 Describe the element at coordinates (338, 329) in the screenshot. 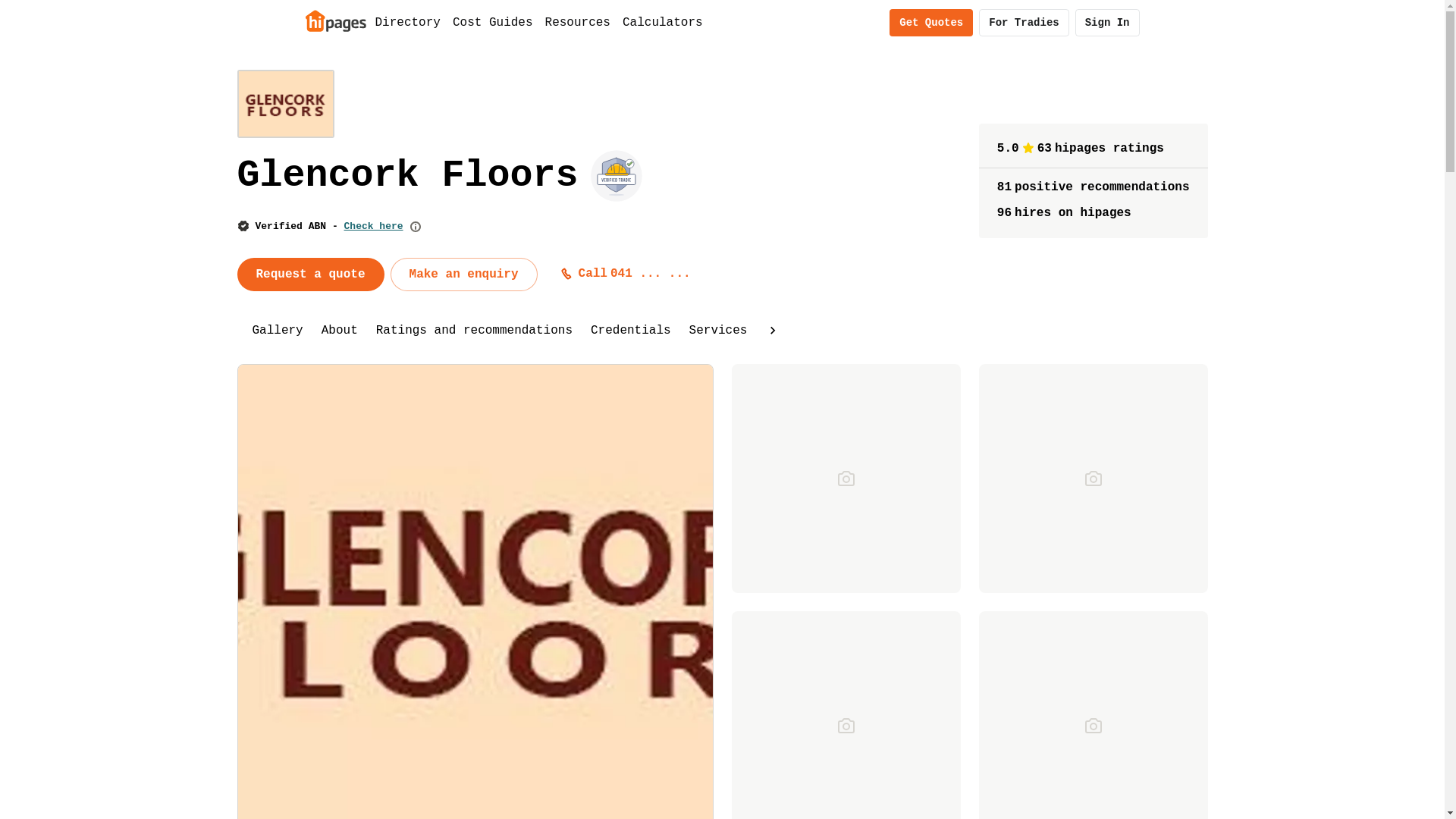

I see `'About'` at that location.